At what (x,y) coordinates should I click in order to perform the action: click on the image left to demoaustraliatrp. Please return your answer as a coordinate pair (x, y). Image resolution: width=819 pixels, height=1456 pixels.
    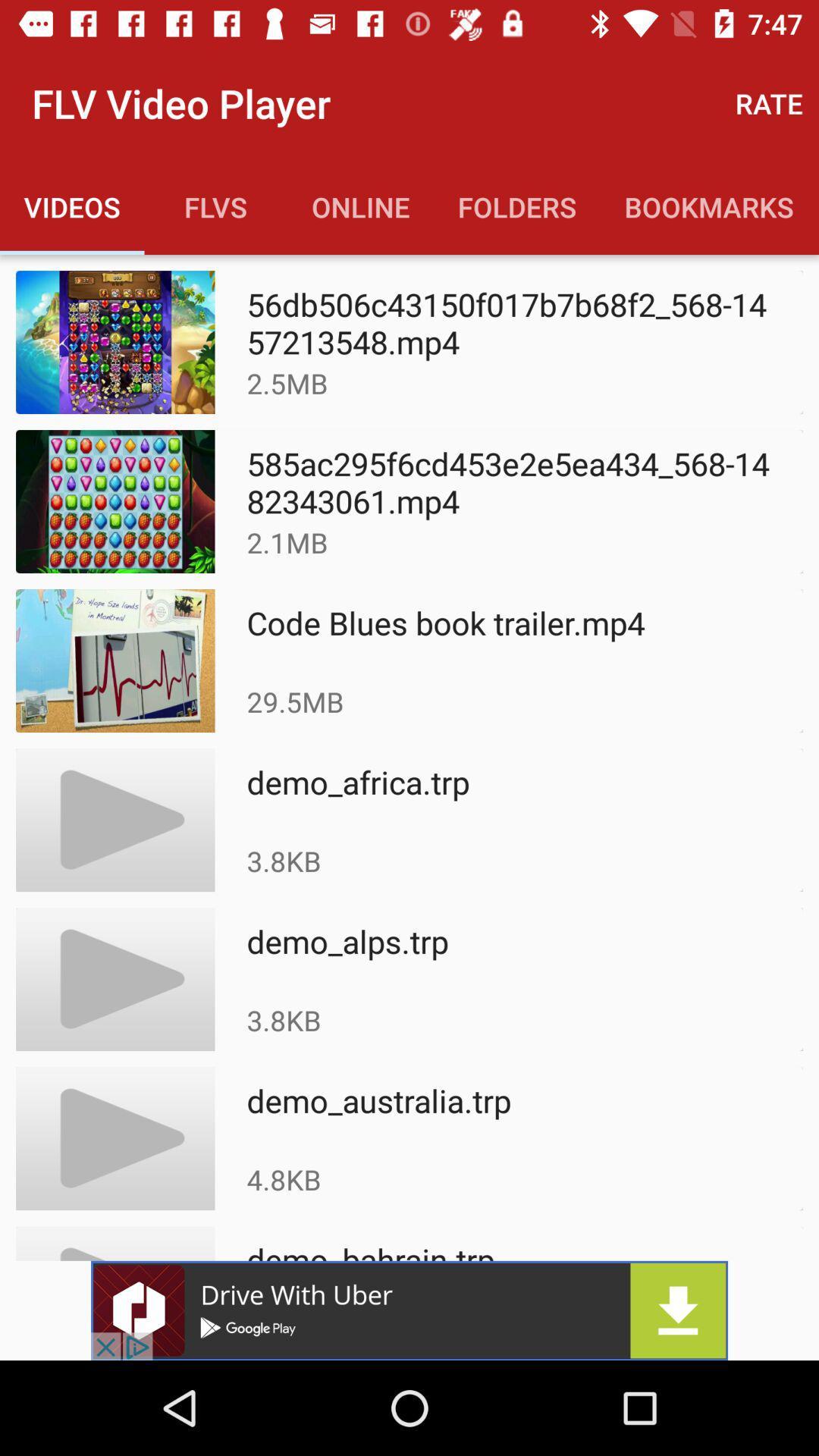
    Looking at the image, I should click on (115, 1138).